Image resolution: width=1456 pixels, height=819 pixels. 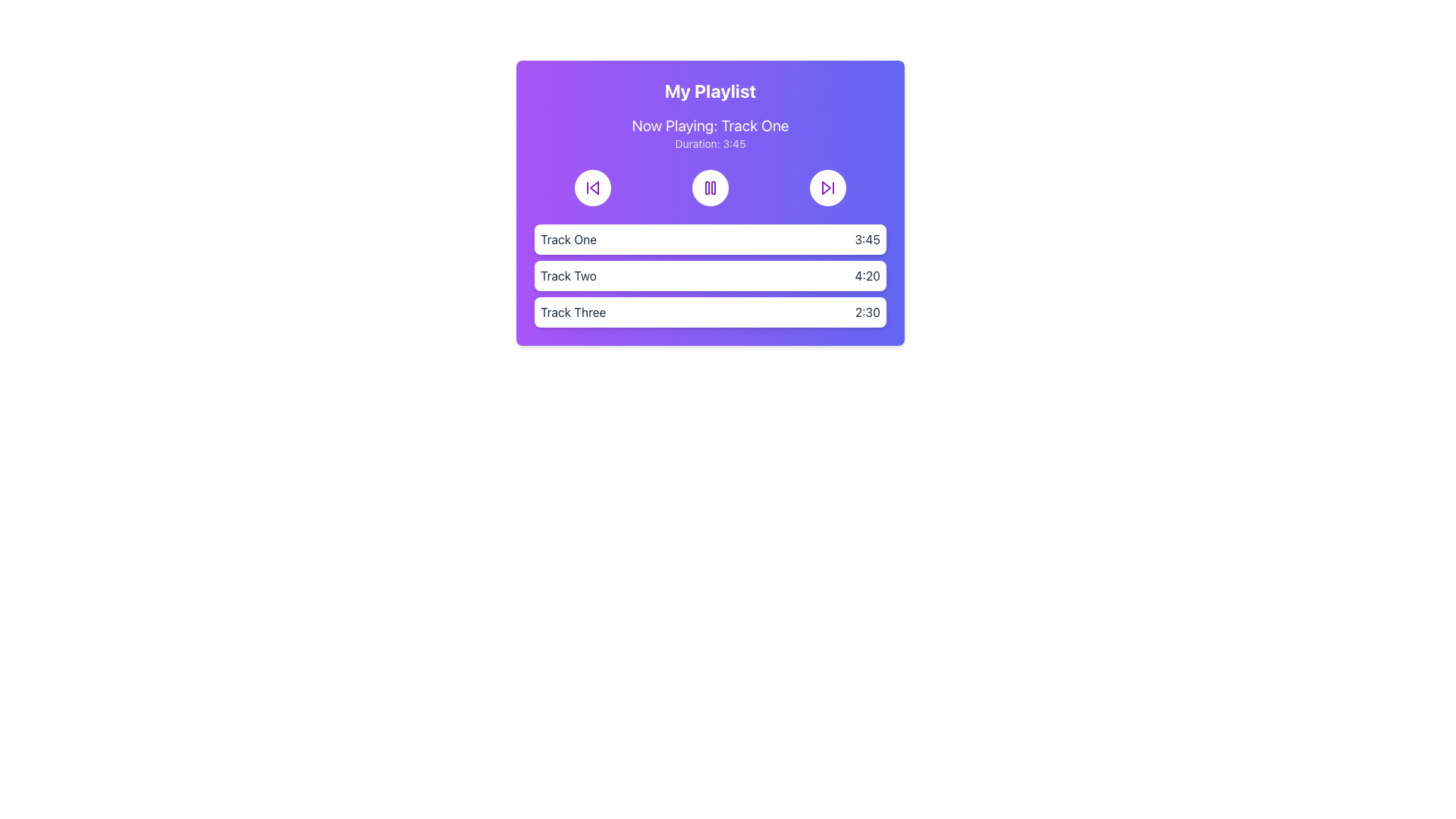 I want to click on the text label that displays the title of a music track in the playlist, positioned on the left side of the card, so click(x=567, y=239).